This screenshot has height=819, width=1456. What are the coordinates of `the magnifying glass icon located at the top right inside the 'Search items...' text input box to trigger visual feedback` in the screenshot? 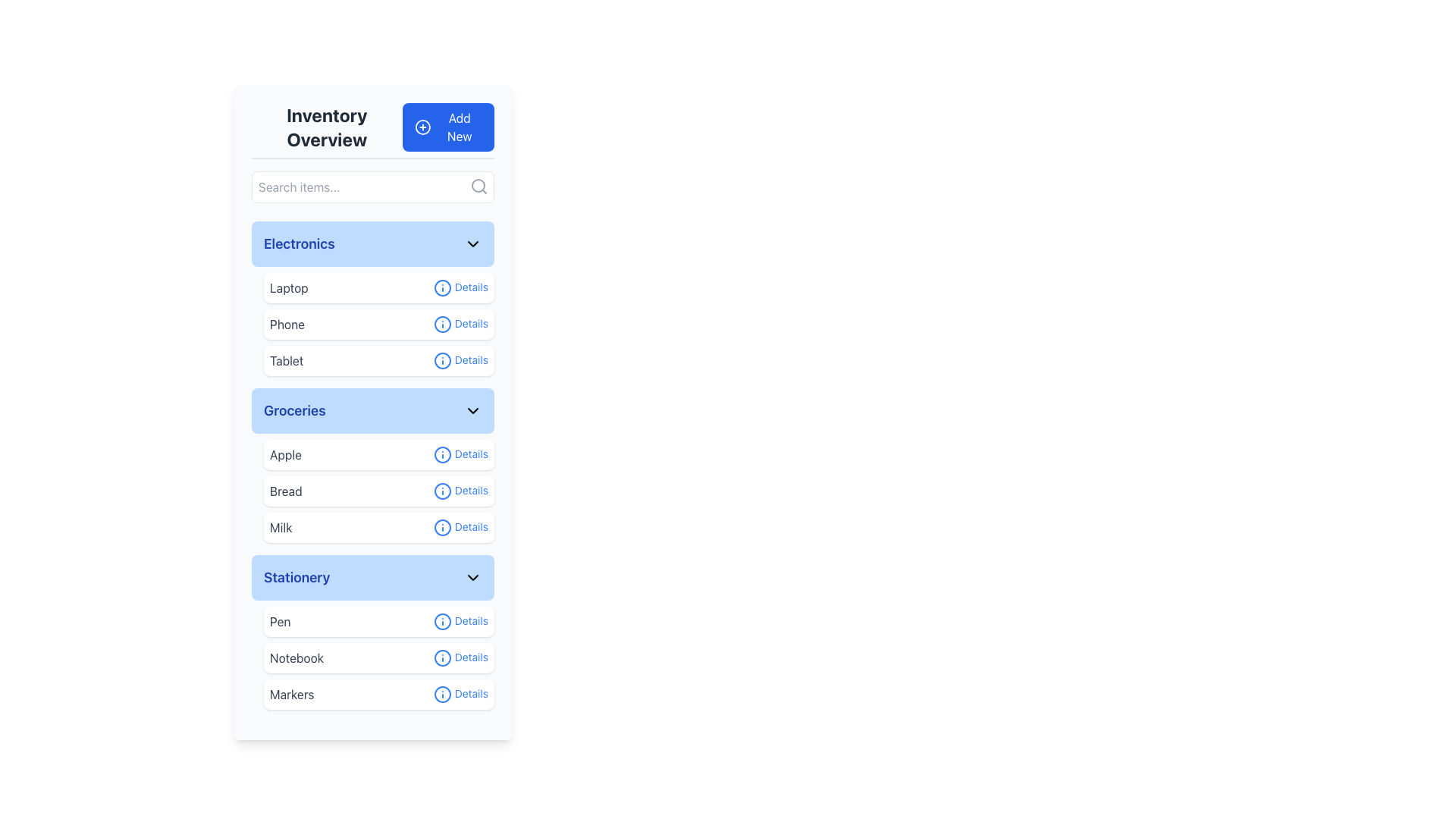 It's located at (479, 186).